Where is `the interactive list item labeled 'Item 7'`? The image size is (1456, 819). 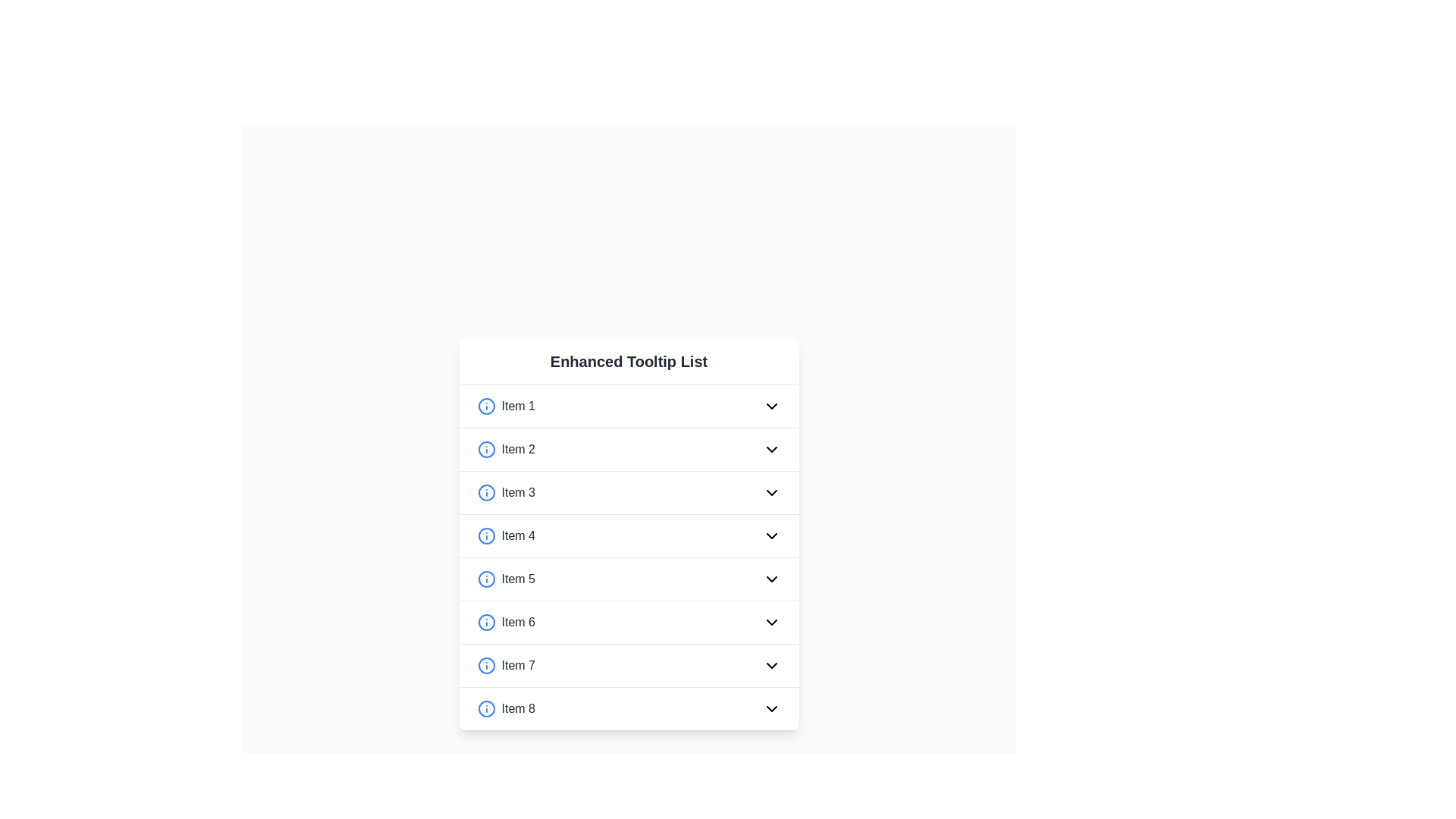
the interactive list item labeled 'Item 7' is located at coordinates (629, 665).